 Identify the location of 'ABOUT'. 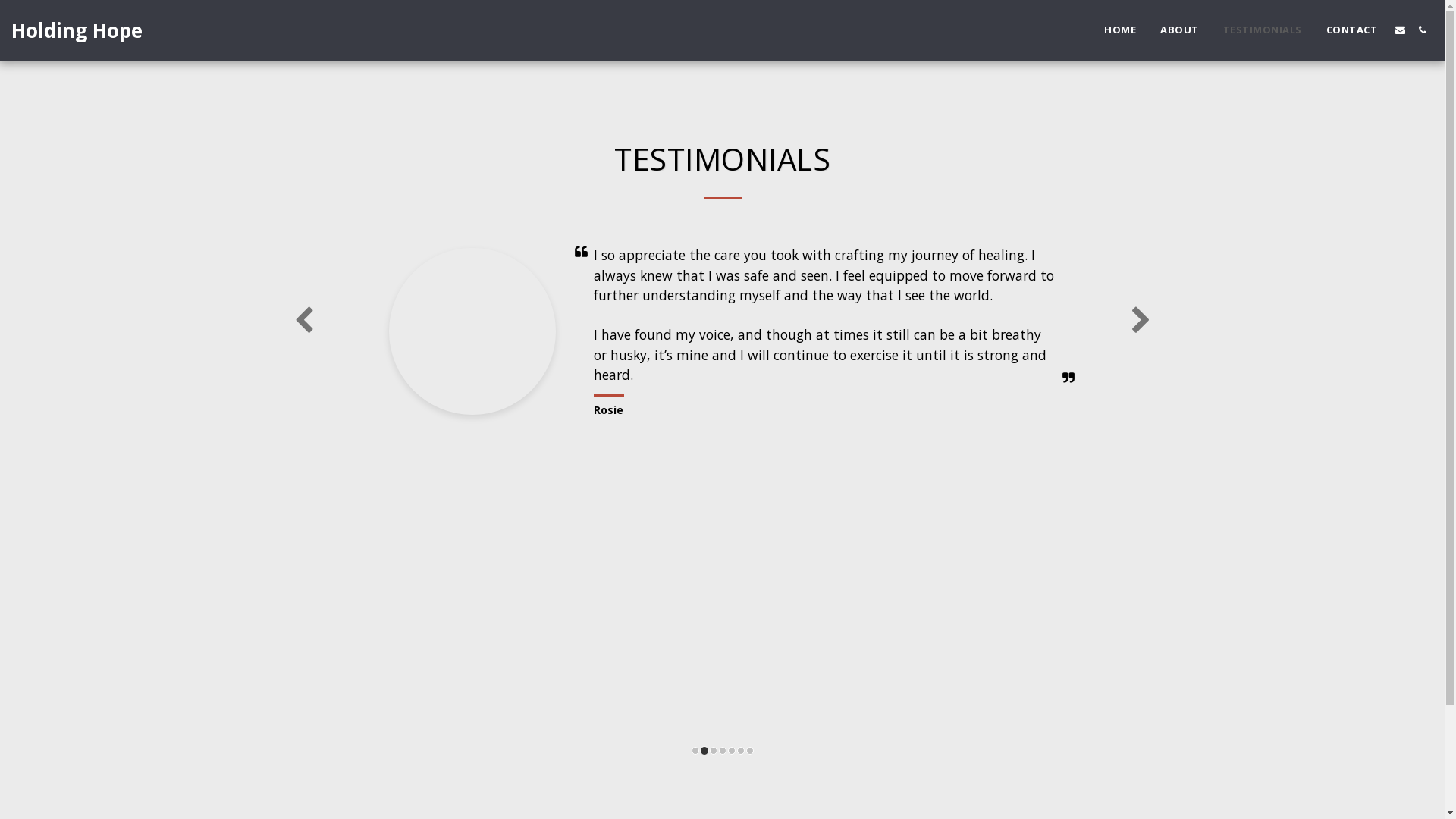
(1178, 29).